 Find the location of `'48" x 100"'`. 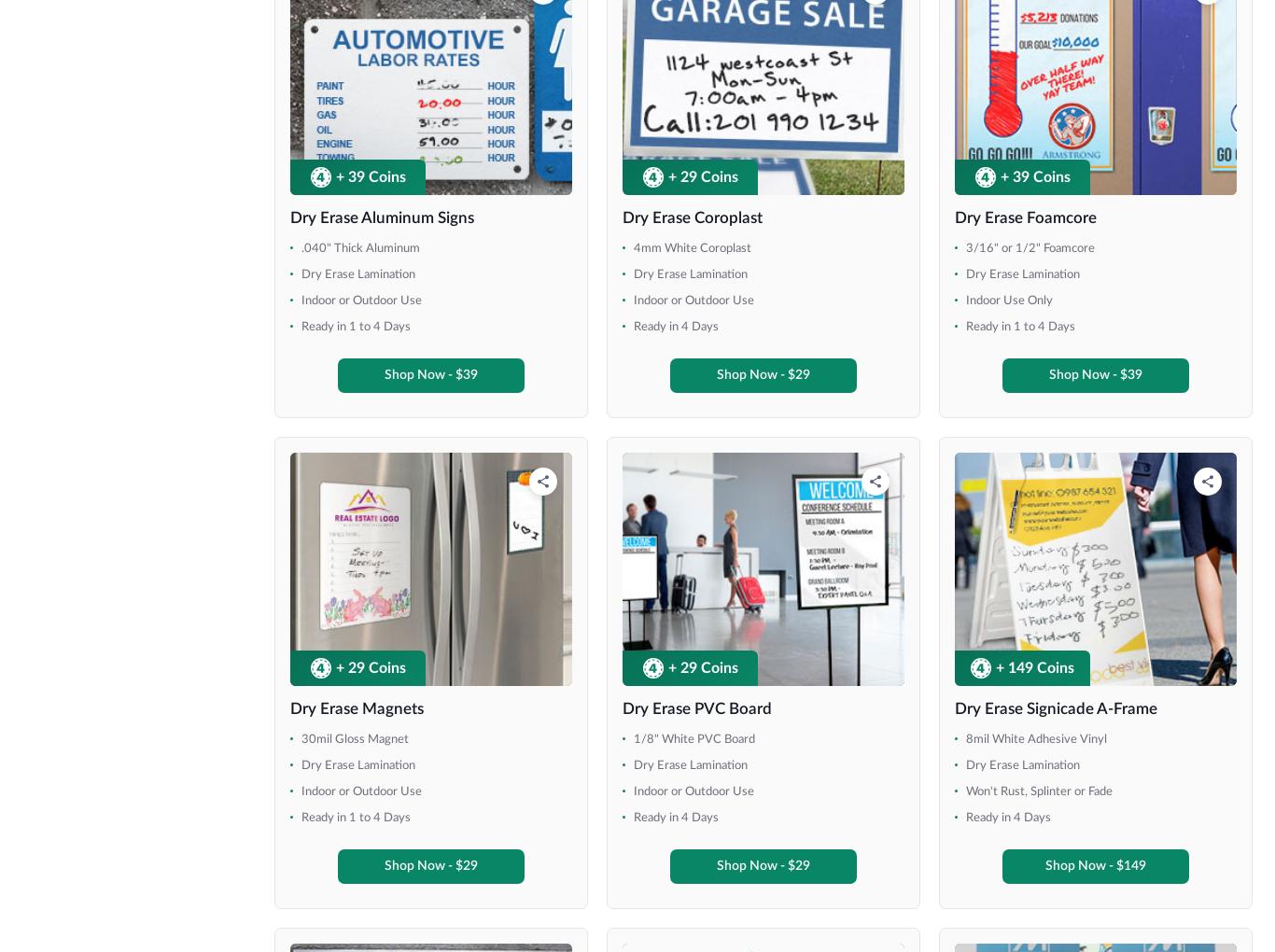

'48" x 100"' is located at coordinates (80, 819).